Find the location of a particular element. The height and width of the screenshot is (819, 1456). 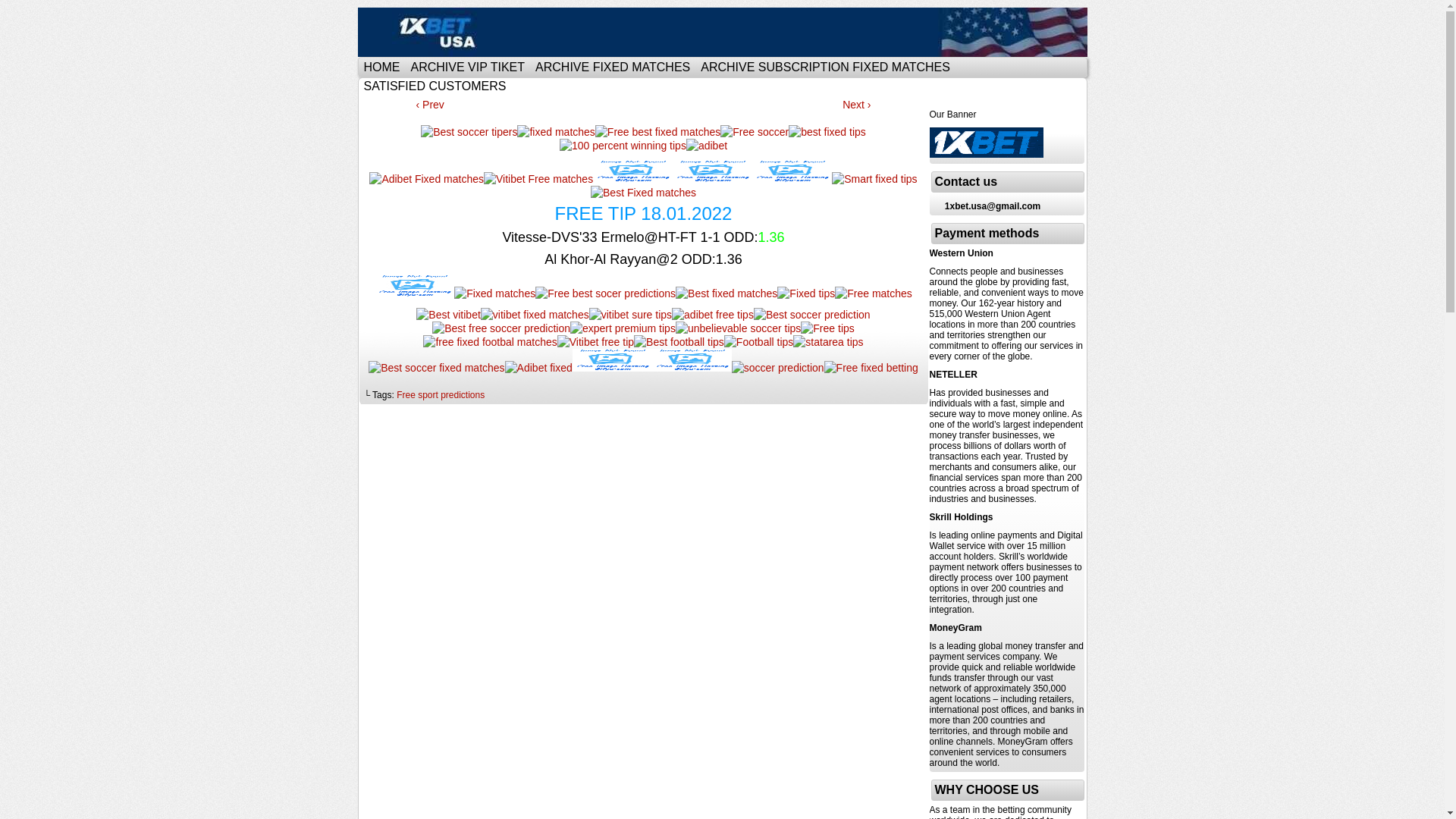

'Best Fixed matches' is located at coordinates (643, 192).